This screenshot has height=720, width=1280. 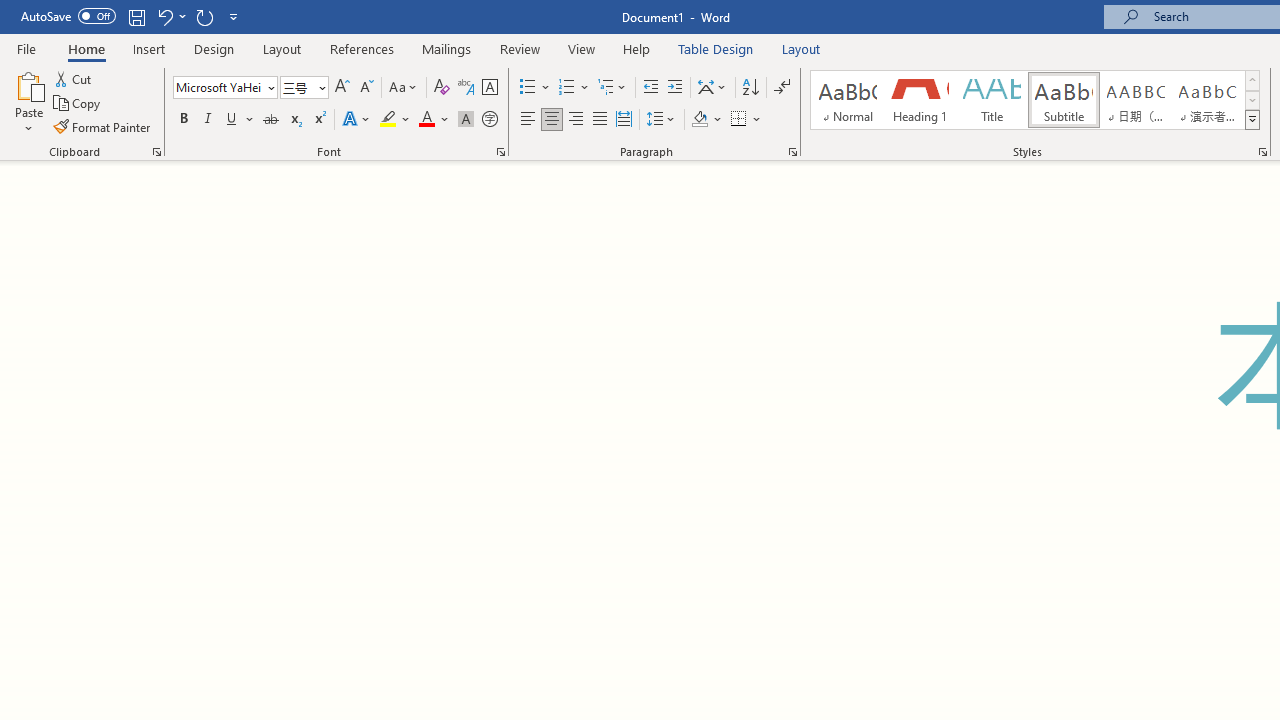 What do you see at coordinates (464, 86) in the screenshot?
I see `'Phonetic Guide...'` at bounding box center [464, 86].